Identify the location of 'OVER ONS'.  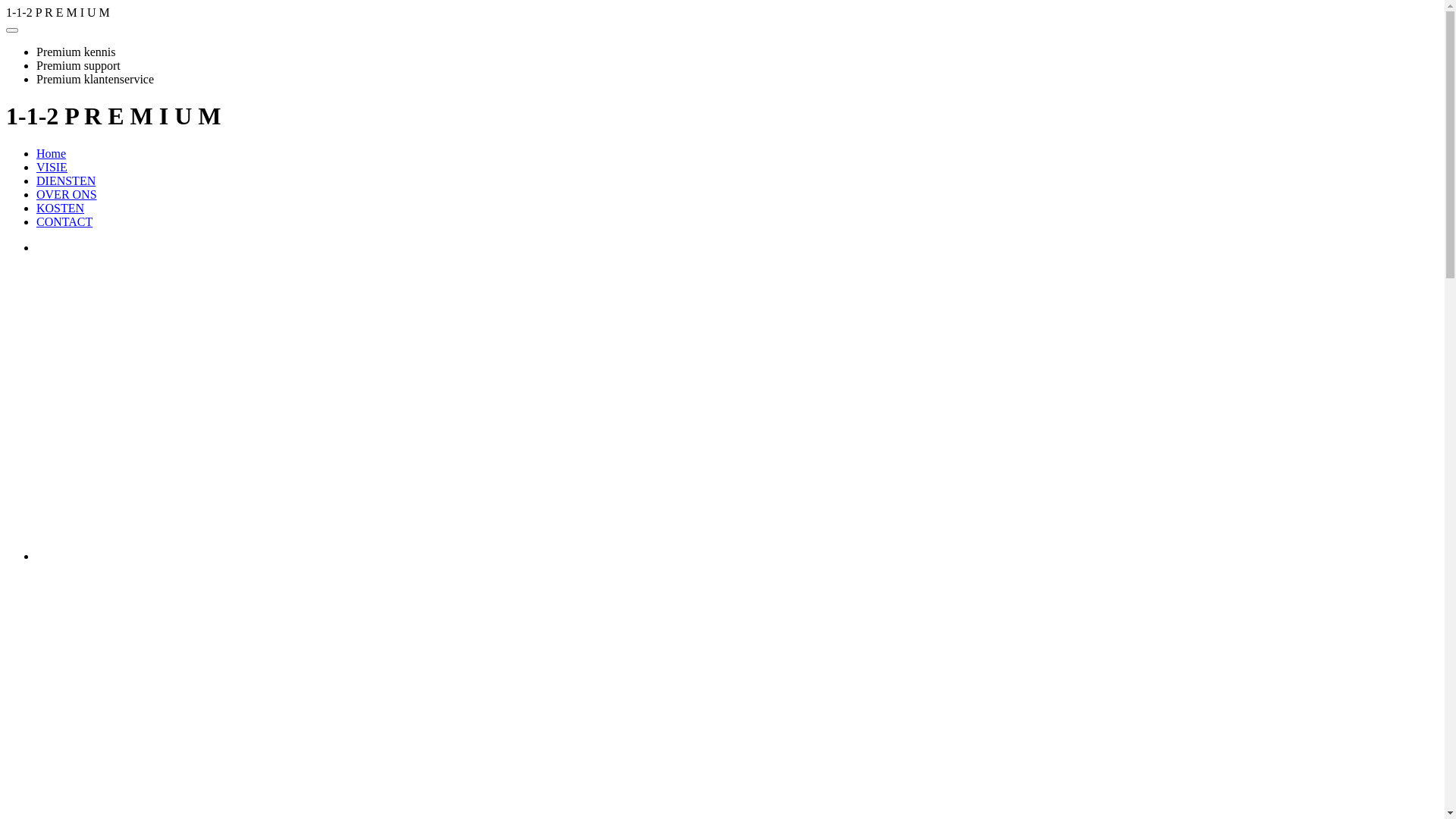
(36, 193).